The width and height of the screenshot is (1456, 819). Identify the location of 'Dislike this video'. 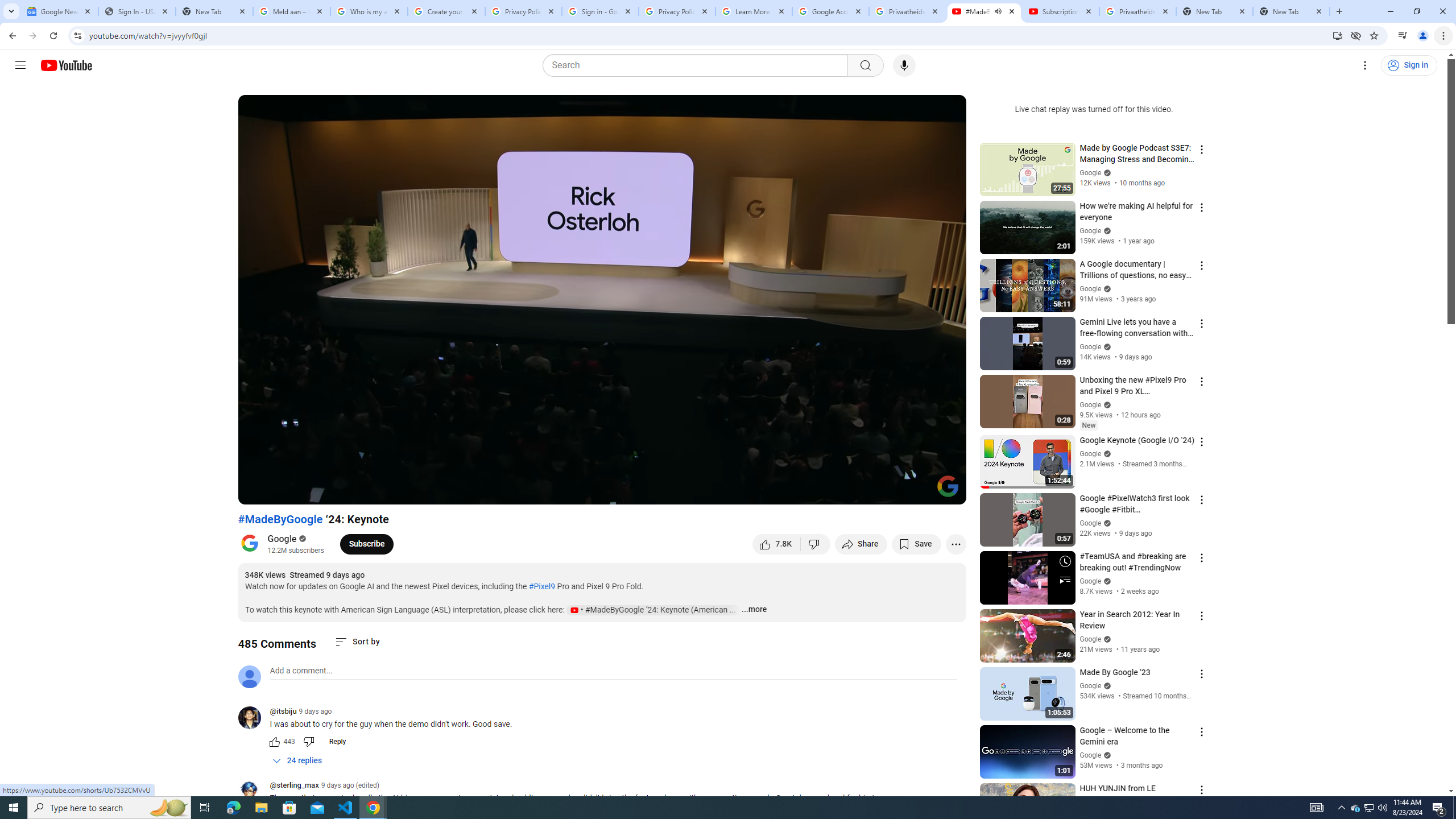
(816, 543).